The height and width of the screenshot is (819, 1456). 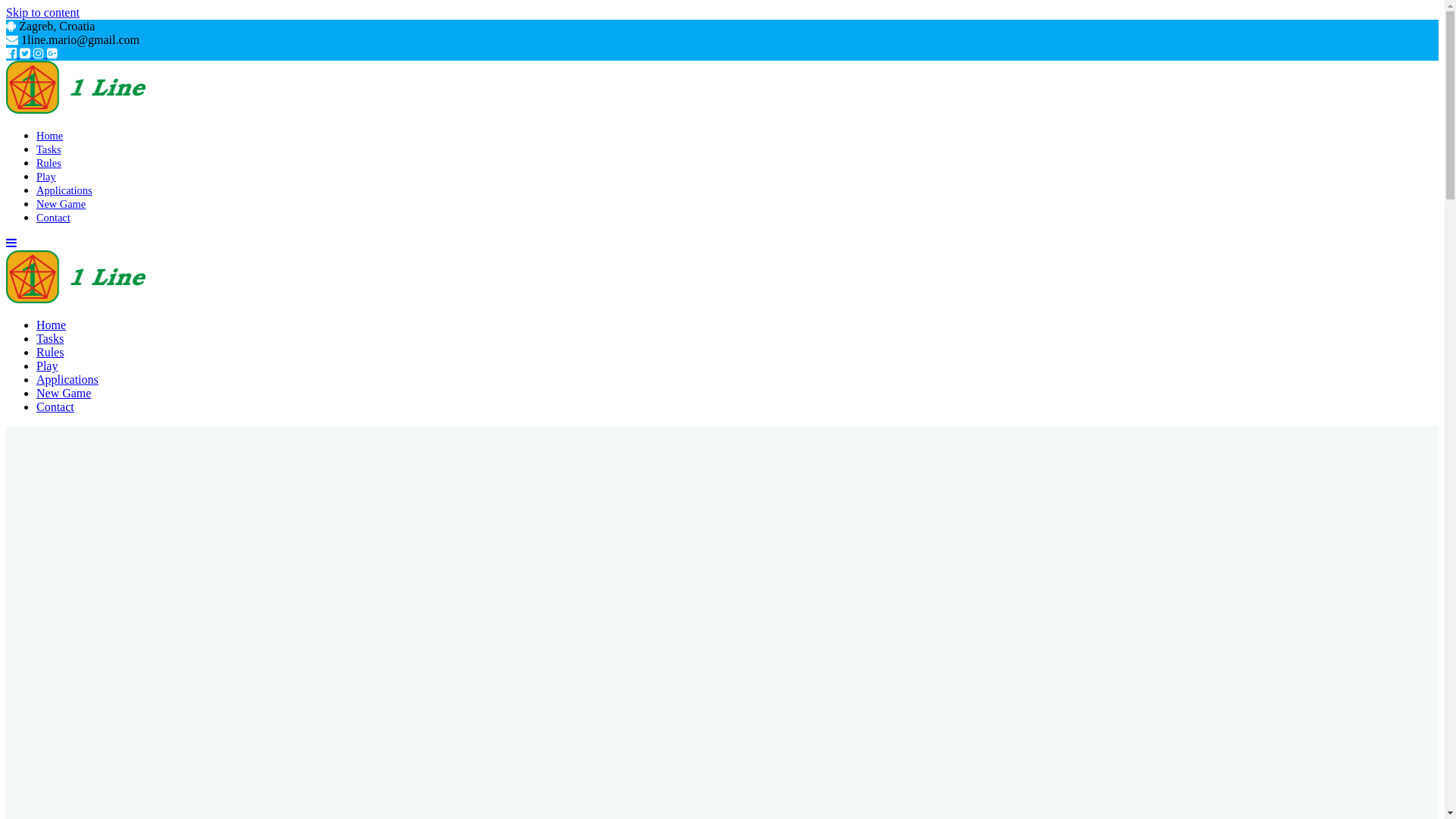 What do you see at coordinates (46, 175) in the screenshot?
I see `'Play'` at bounding box center [46, 175].